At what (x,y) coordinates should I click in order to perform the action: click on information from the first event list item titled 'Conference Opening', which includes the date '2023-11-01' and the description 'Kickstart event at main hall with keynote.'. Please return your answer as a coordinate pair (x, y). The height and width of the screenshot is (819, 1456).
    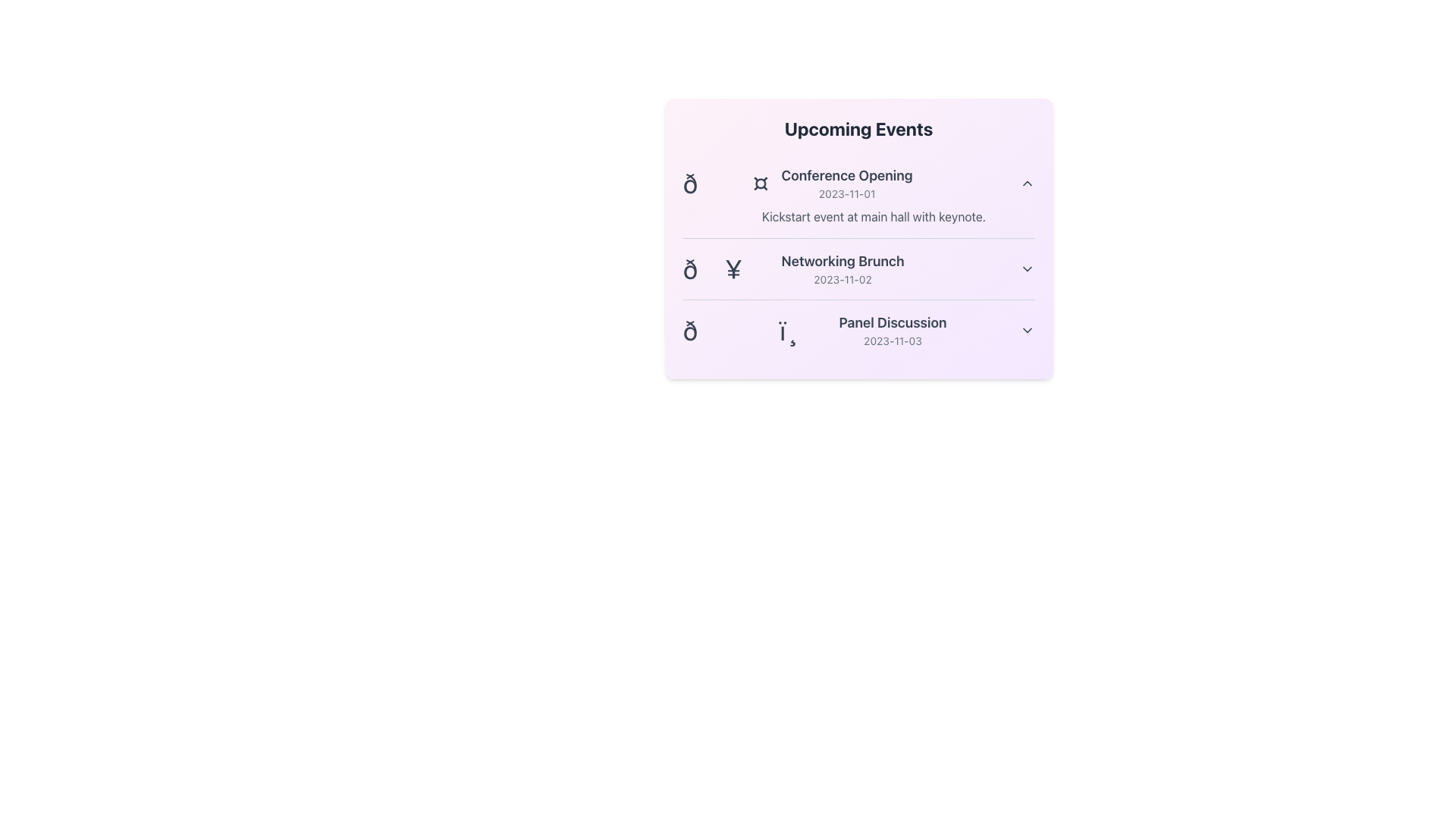
    Looking at the image, I should click on (858, 195).